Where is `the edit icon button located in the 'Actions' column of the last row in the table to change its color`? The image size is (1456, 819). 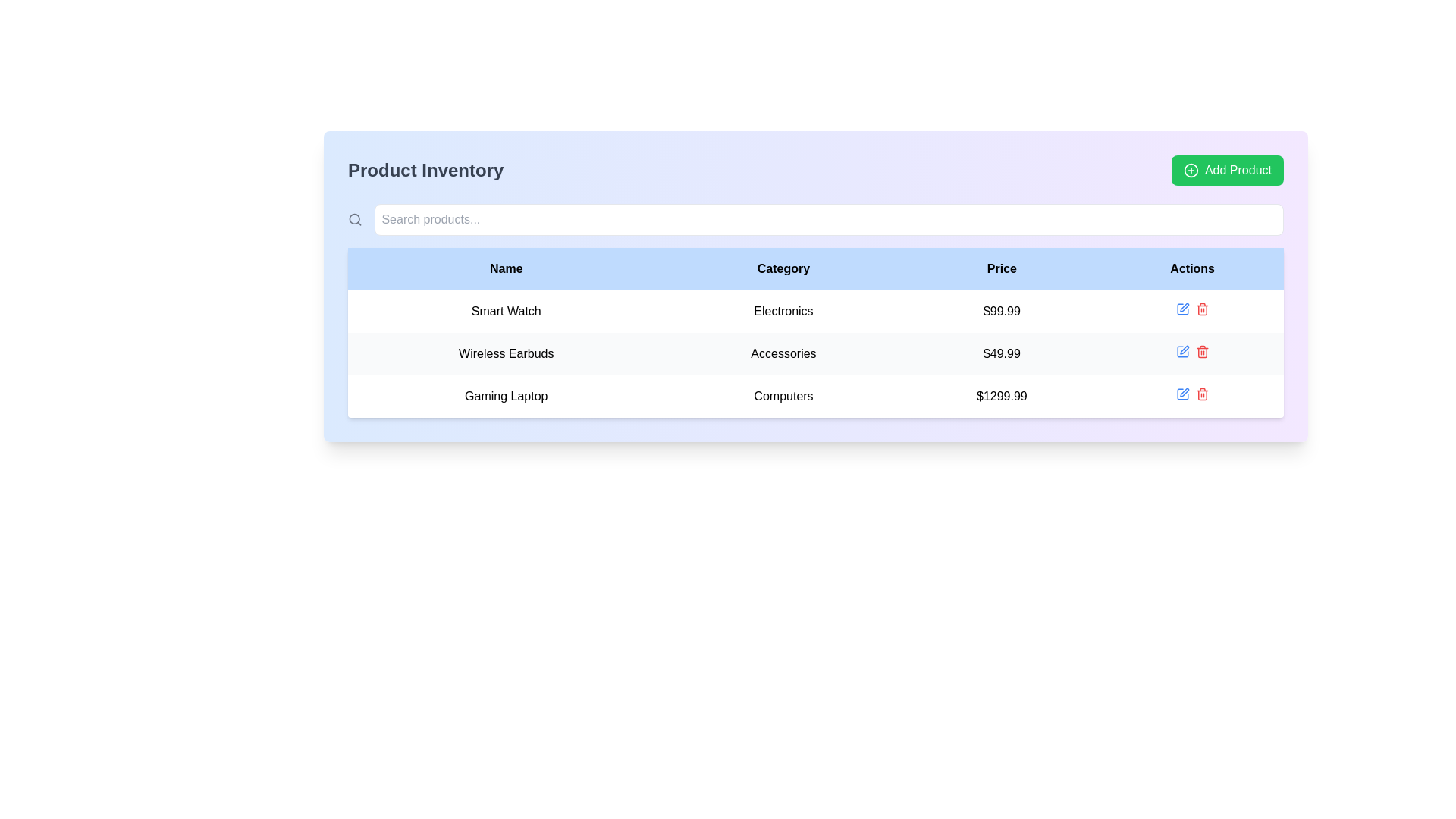
the edit icon button located in the 'Actions' column of the last row in the table to change its color is located at coordinates (1181, 394).